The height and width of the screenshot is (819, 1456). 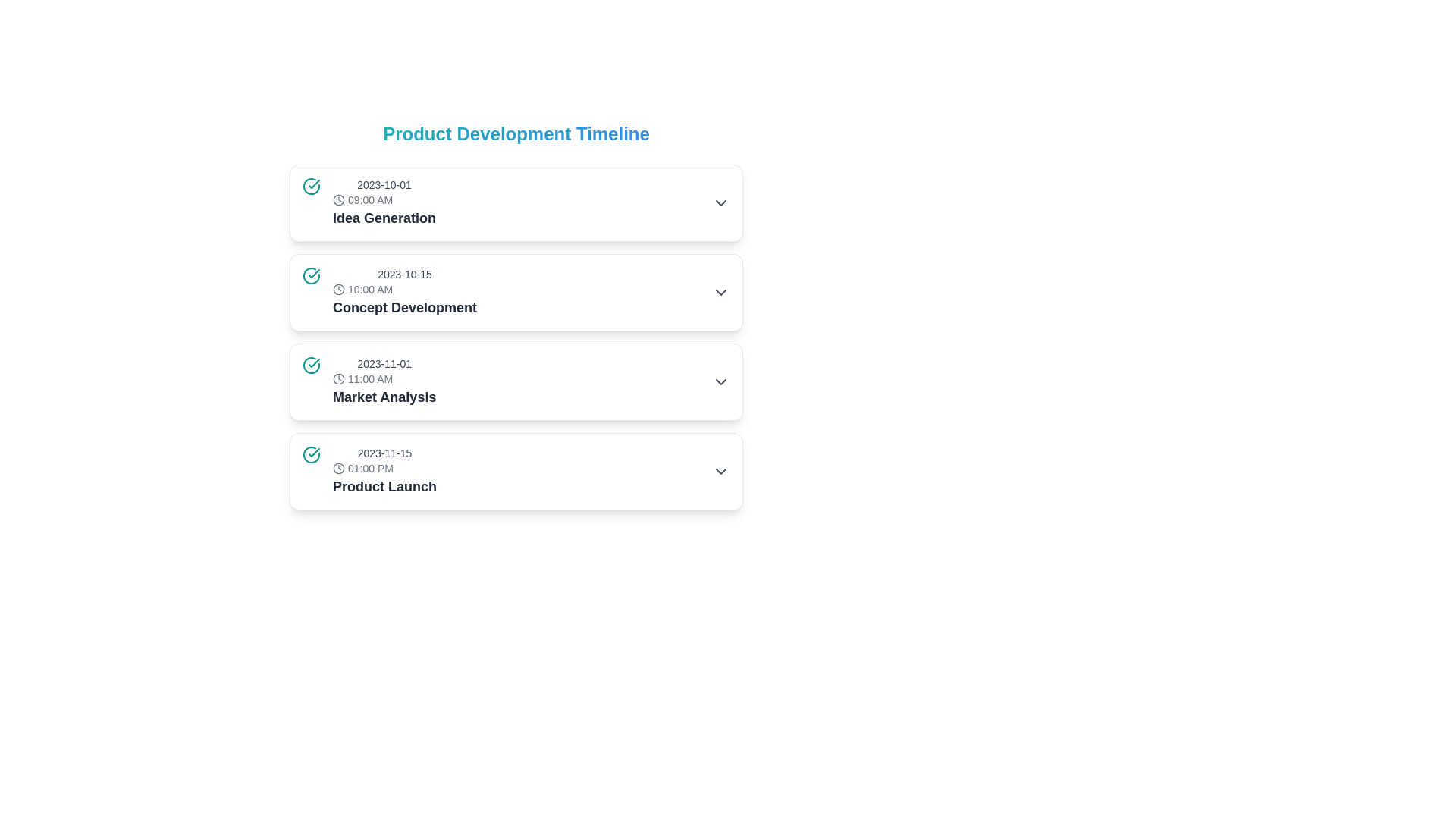 I want to click on the text label that serves as the title for the task 'Idea Generation', located below the time and date in the first task section of the timeline interface, so click(x=384, y=218).